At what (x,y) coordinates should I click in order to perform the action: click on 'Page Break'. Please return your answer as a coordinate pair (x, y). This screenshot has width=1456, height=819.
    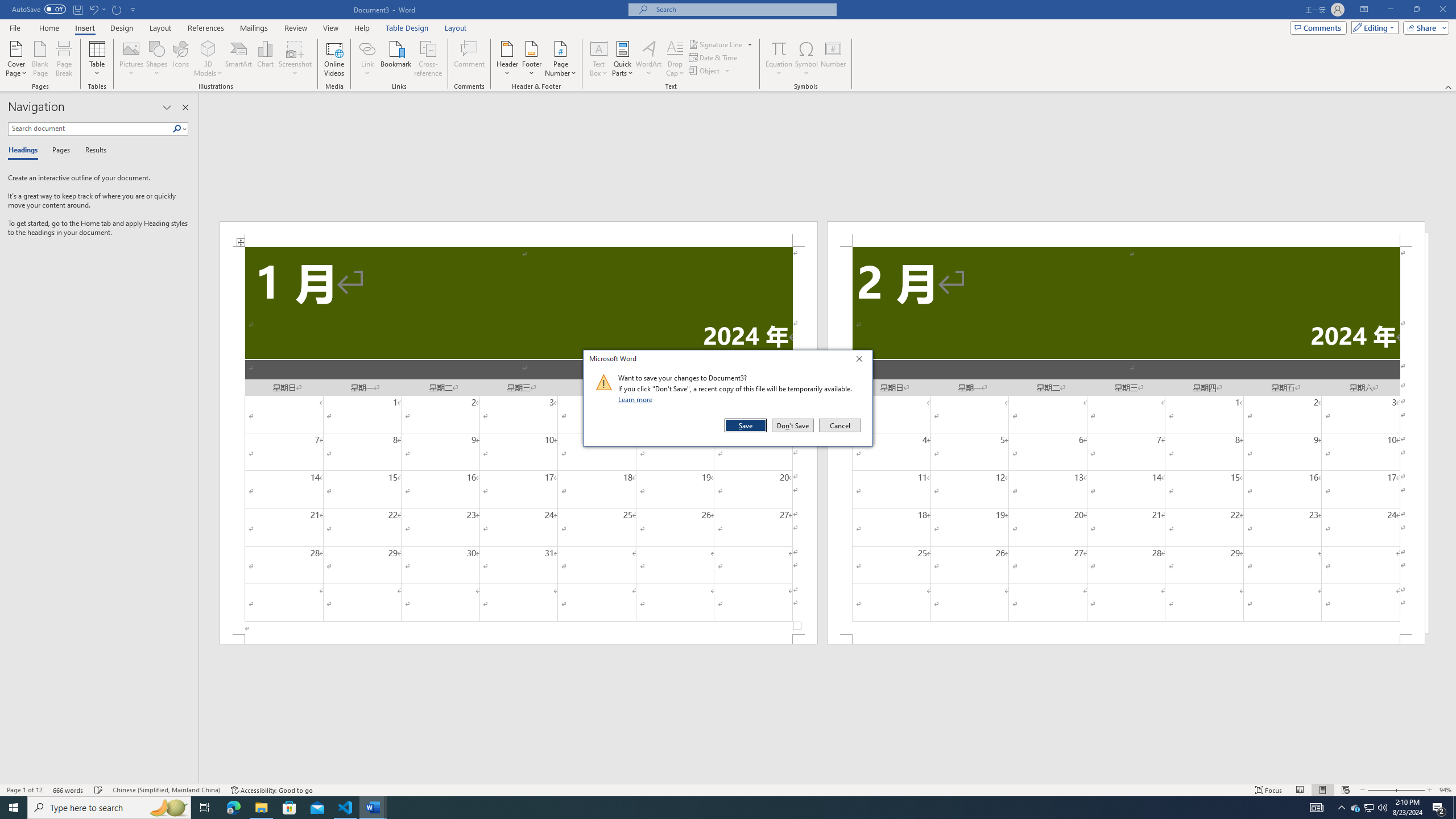
    Looking at the image, I should click on (63, 59).